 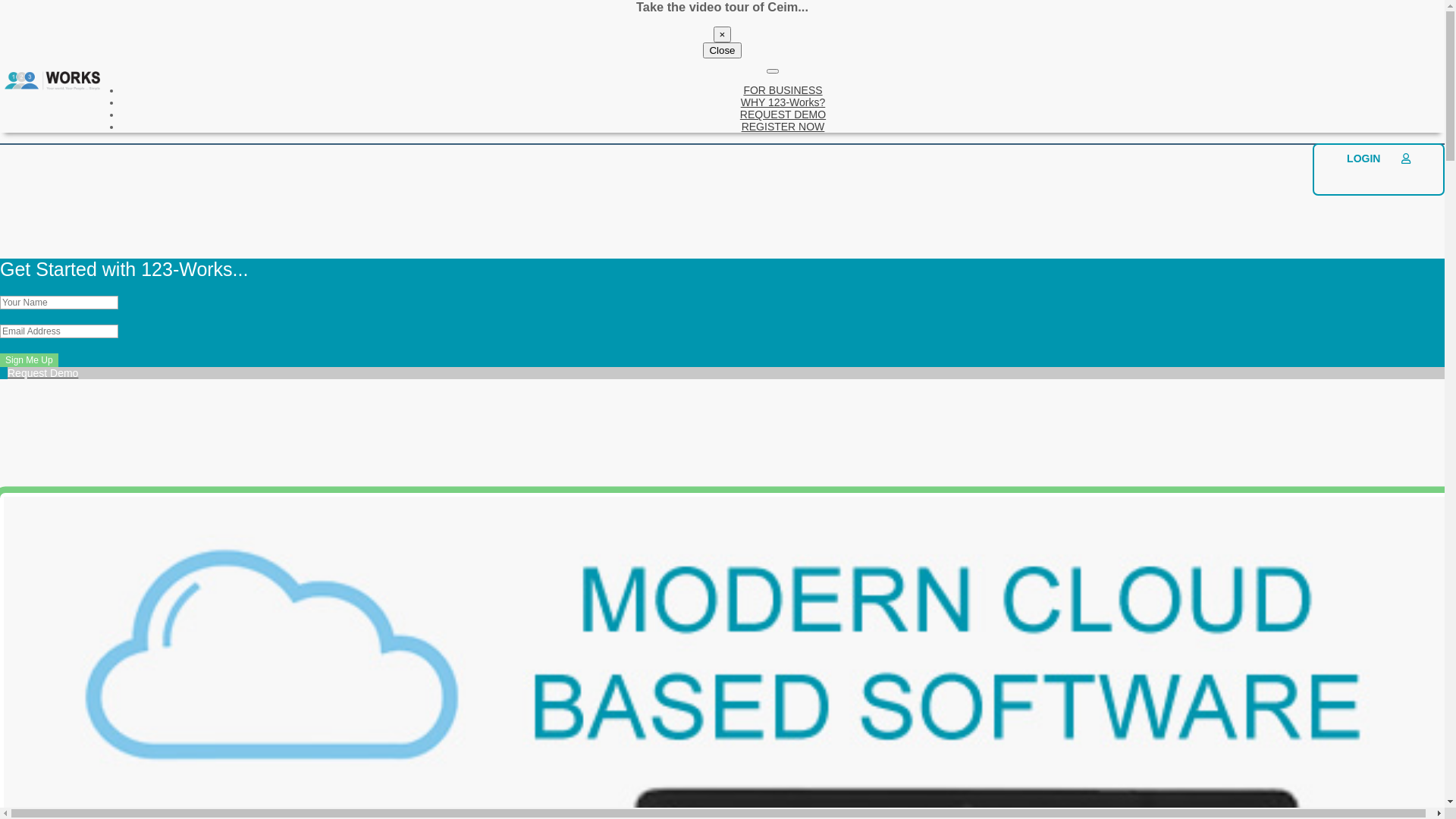 What do you see at coordinates (783, 113) in the screenshot?
I see `'REQUEST DEMO'` at bounding box center [783, 113].